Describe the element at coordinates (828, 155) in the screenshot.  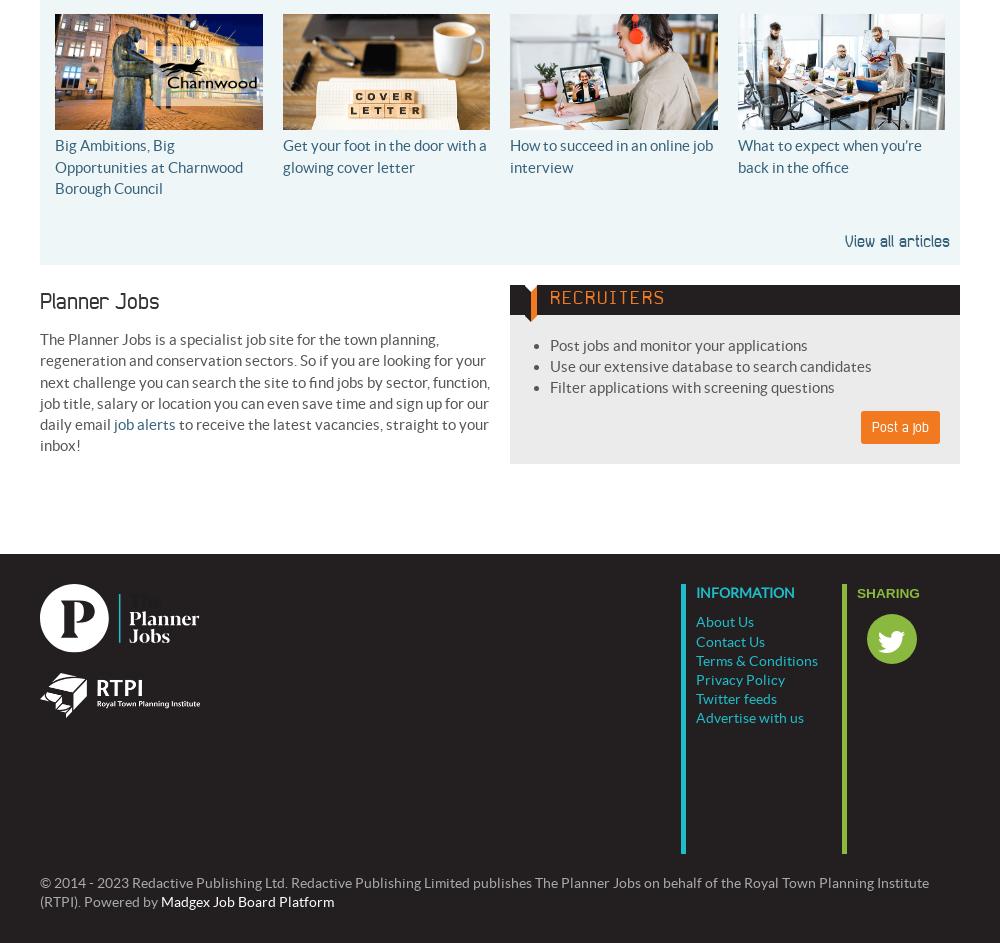
I see `'What to expect when you’re back in the office'` at that location.